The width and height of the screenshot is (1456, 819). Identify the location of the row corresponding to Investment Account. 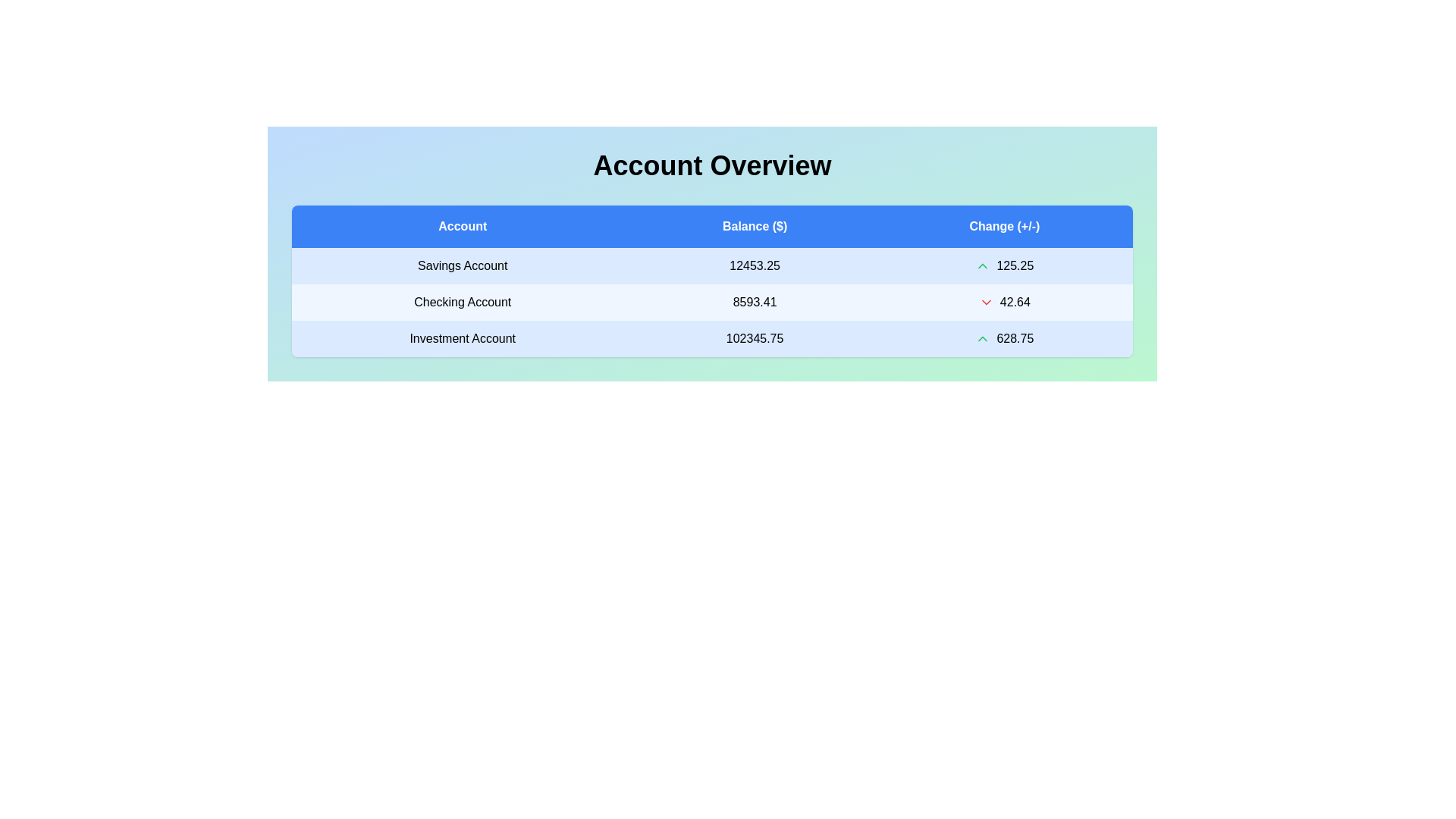
(711, 338).